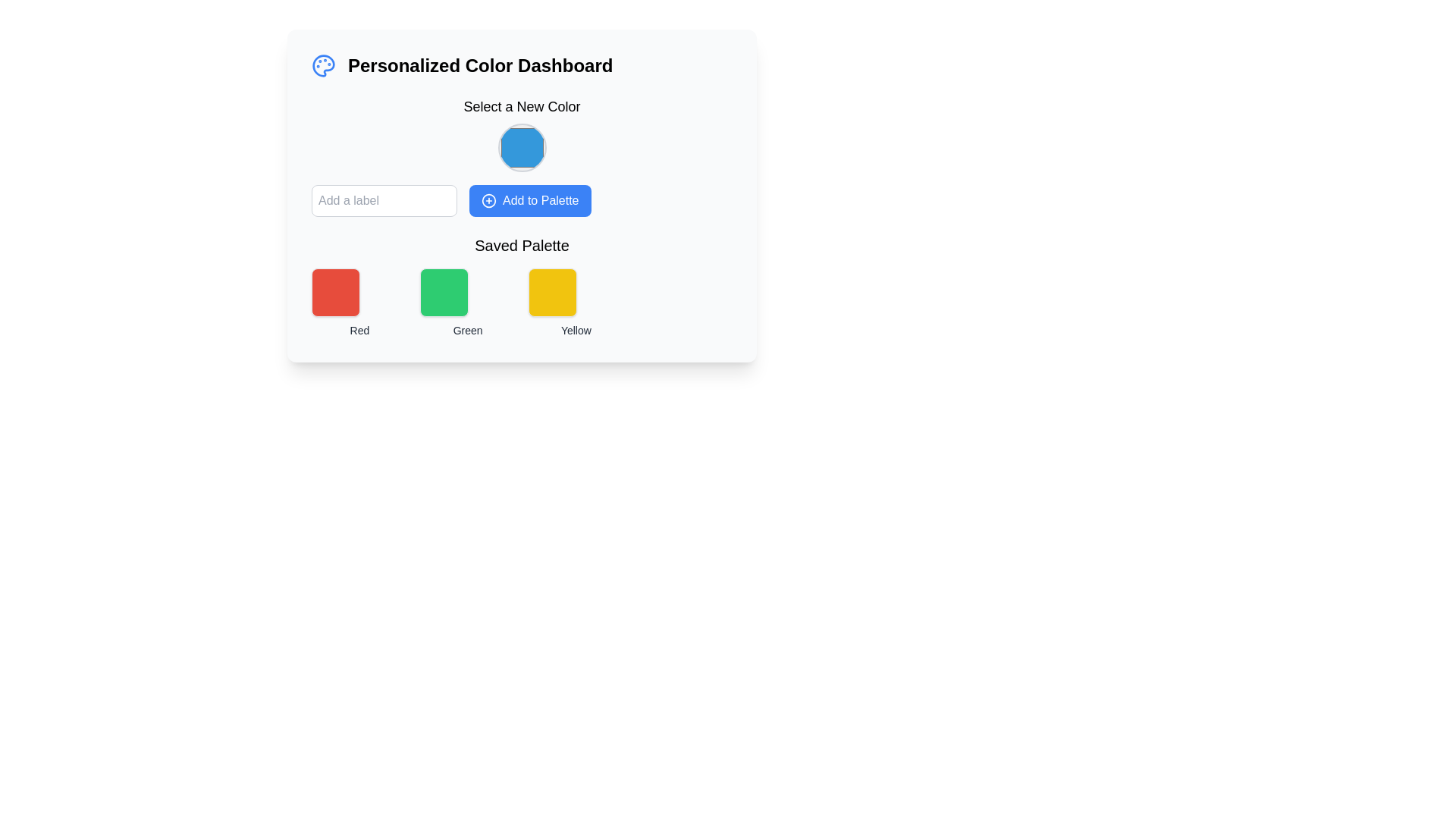 Image resolution: width=1456 pixels, height=819 pixels. Describe the element at coordinates (467, 303) in the screenshot. I see `the green color selection box` at that location.